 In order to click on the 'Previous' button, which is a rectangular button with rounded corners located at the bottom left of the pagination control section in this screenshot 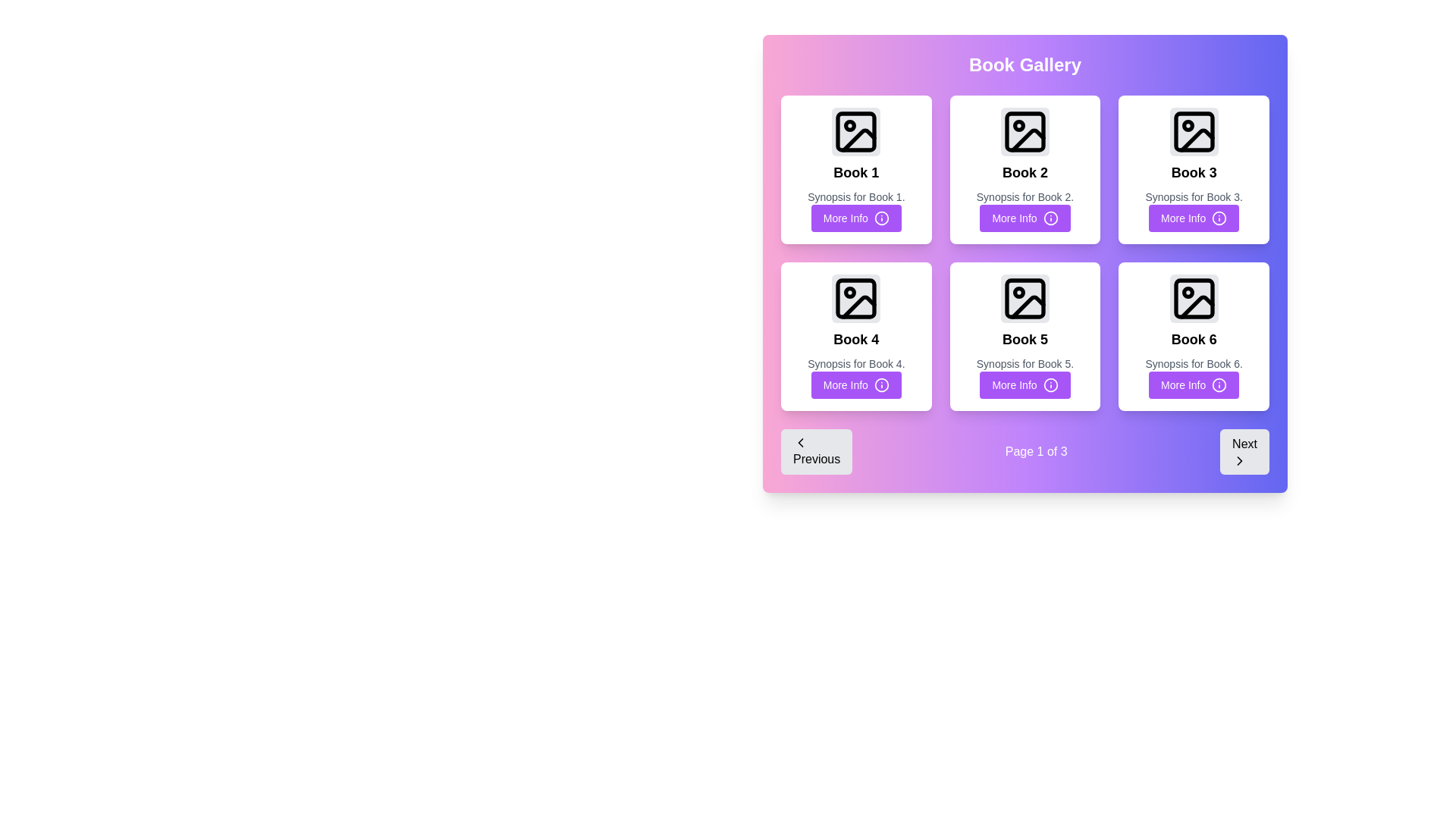, I will do `click(816, 451)`.